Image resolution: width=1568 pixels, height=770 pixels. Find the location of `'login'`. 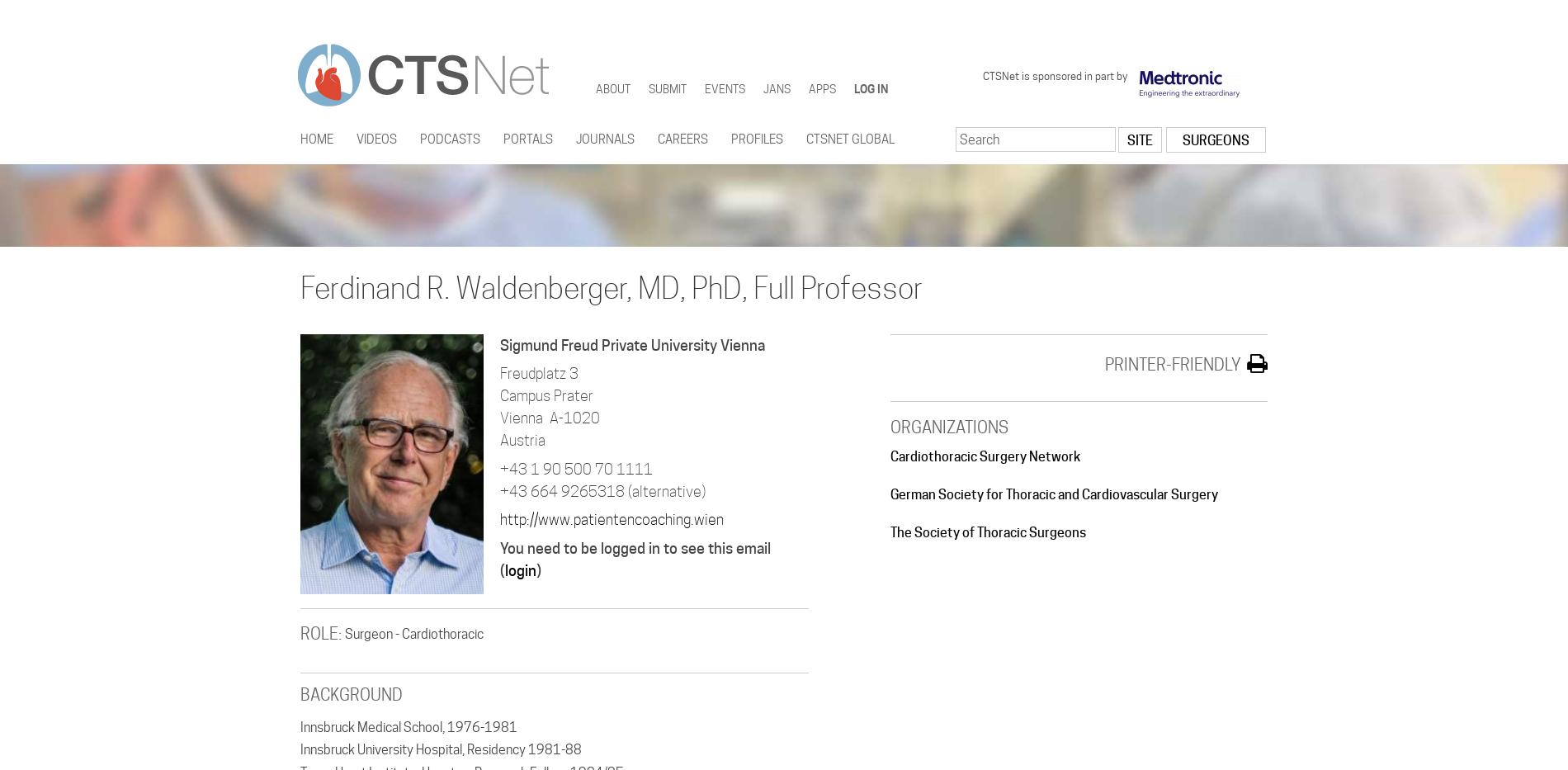

'login' is located at coordinates (520, 569).